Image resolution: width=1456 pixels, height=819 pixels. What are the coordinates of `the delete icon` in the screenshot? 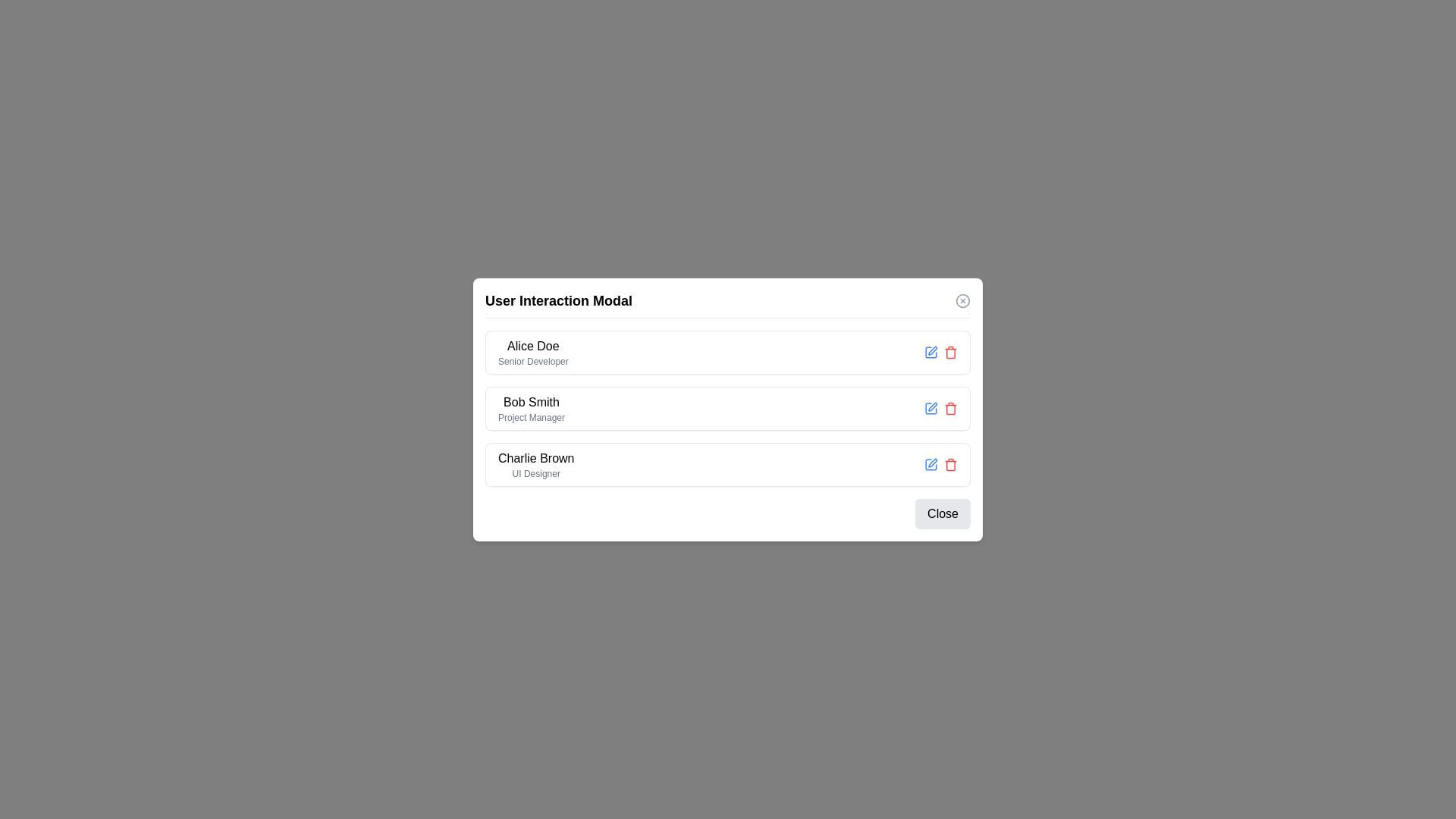 It's located at (949, 406).